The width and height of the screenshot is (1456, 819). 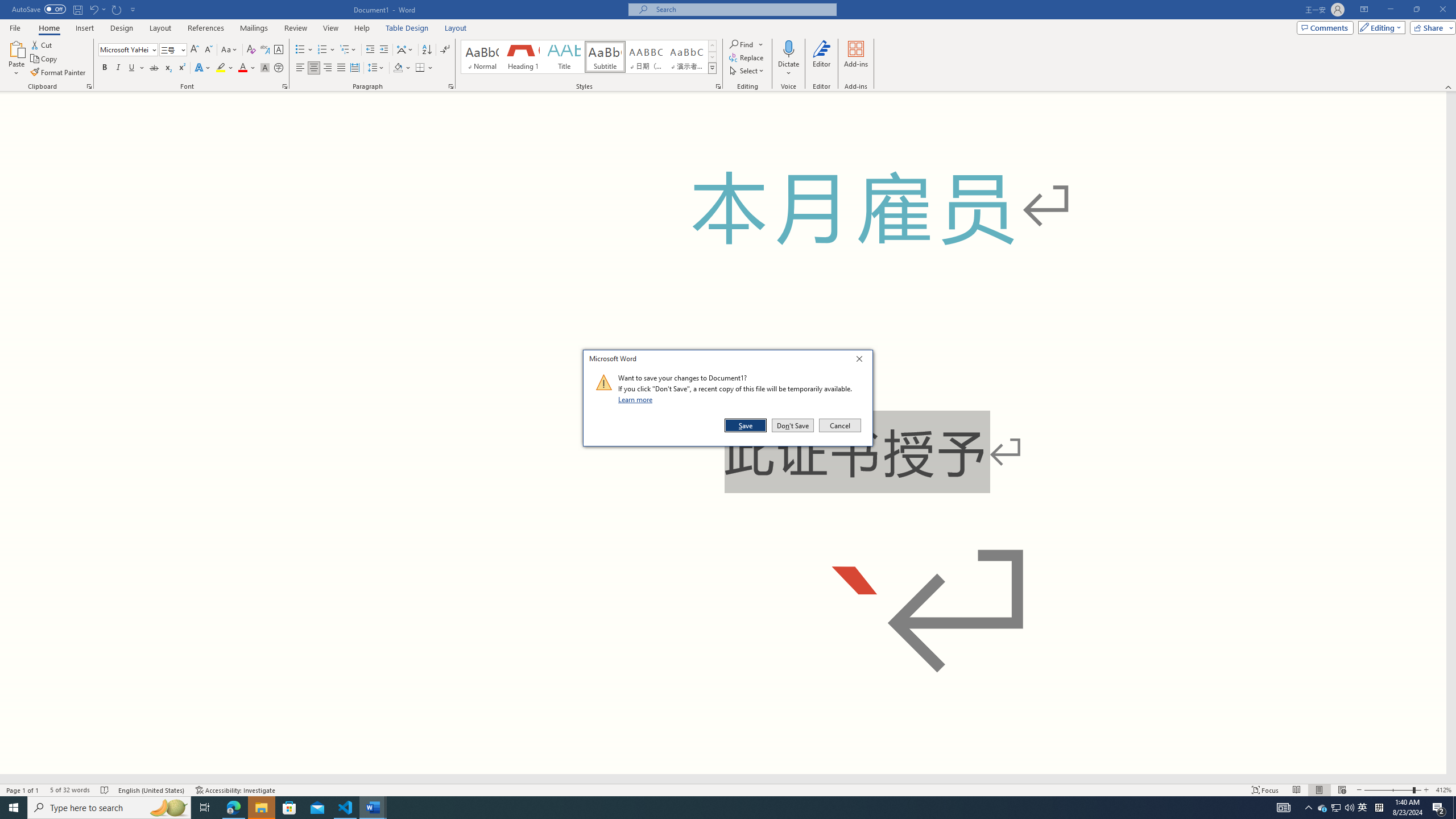 I want to click on 'Character Border', so click(x=278, y=49).